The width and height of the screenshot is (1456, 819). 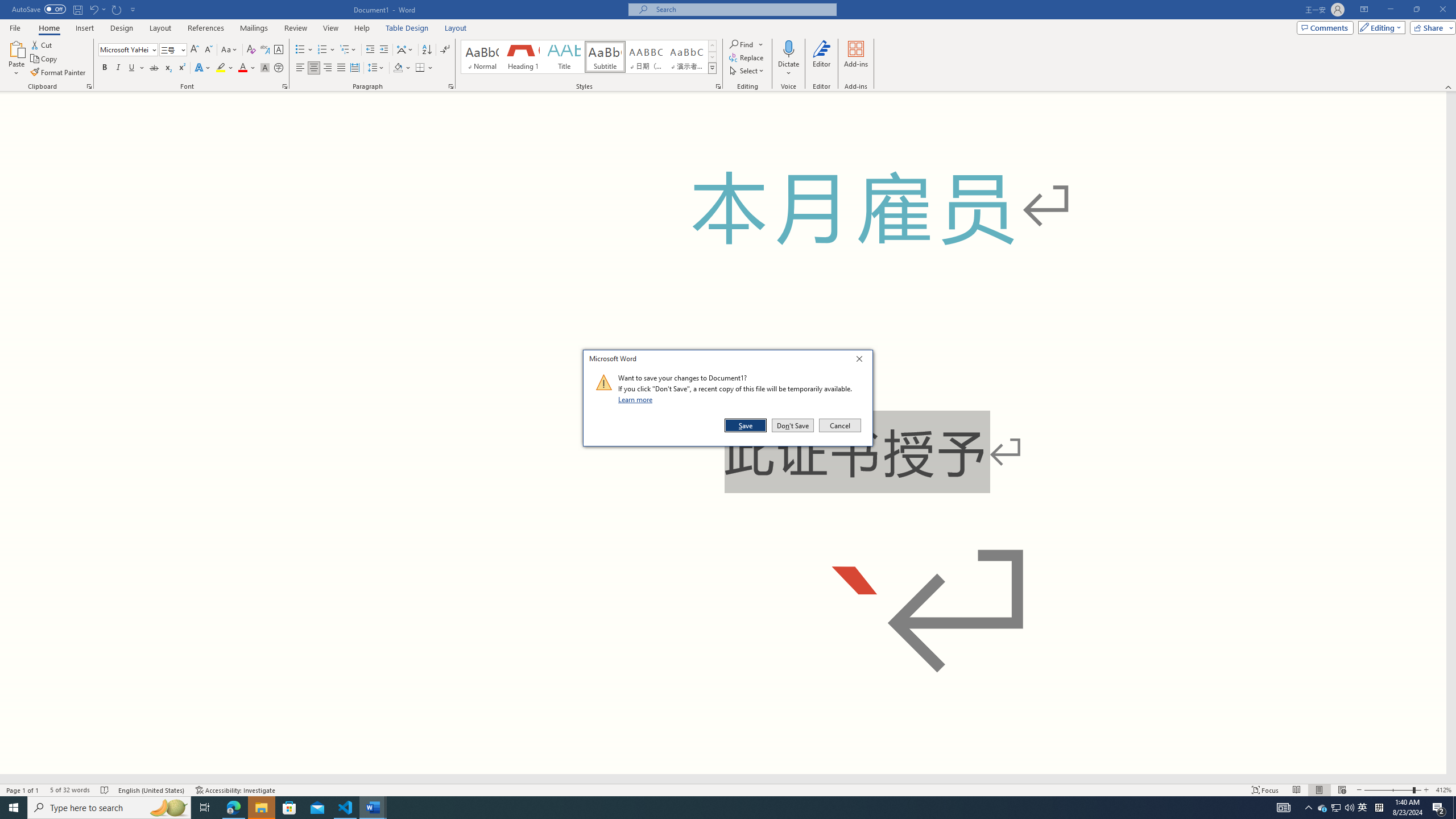 I want to click on 'Character Border', so click(x=278, y=49).